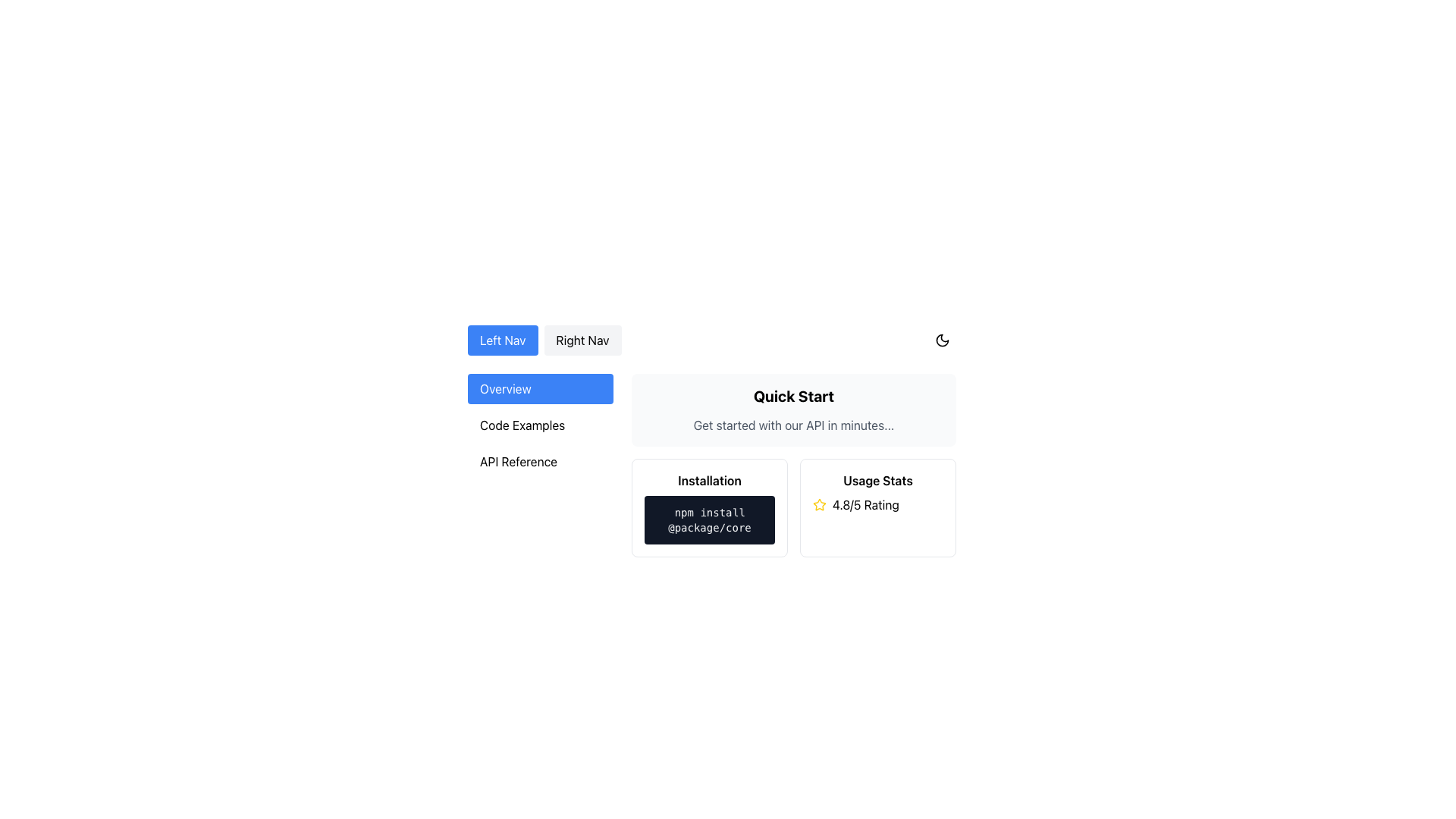 The width and height of the screenshot is (1456, 819). Describe the element at coordinates (865, 505) in the screenshot. I see `text displayed in the Text Label showing '4.8/5 Rating' in bold black font, located in the 'Usage Stats' section next to a yellow star icon` at that location.